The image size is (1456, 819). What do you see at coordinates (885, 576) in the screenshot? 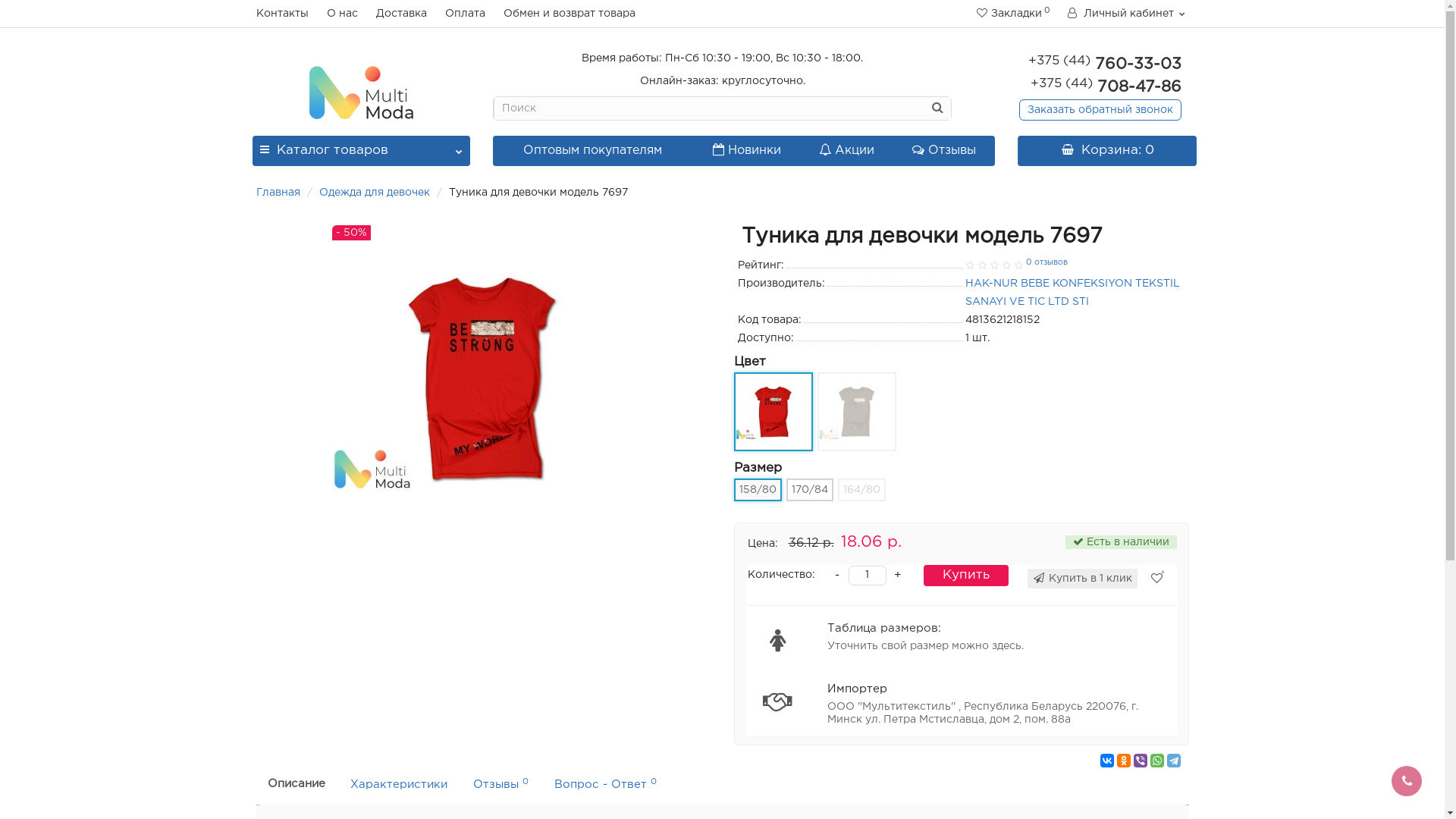
I see `'+'` at bounding box center [885, 576].